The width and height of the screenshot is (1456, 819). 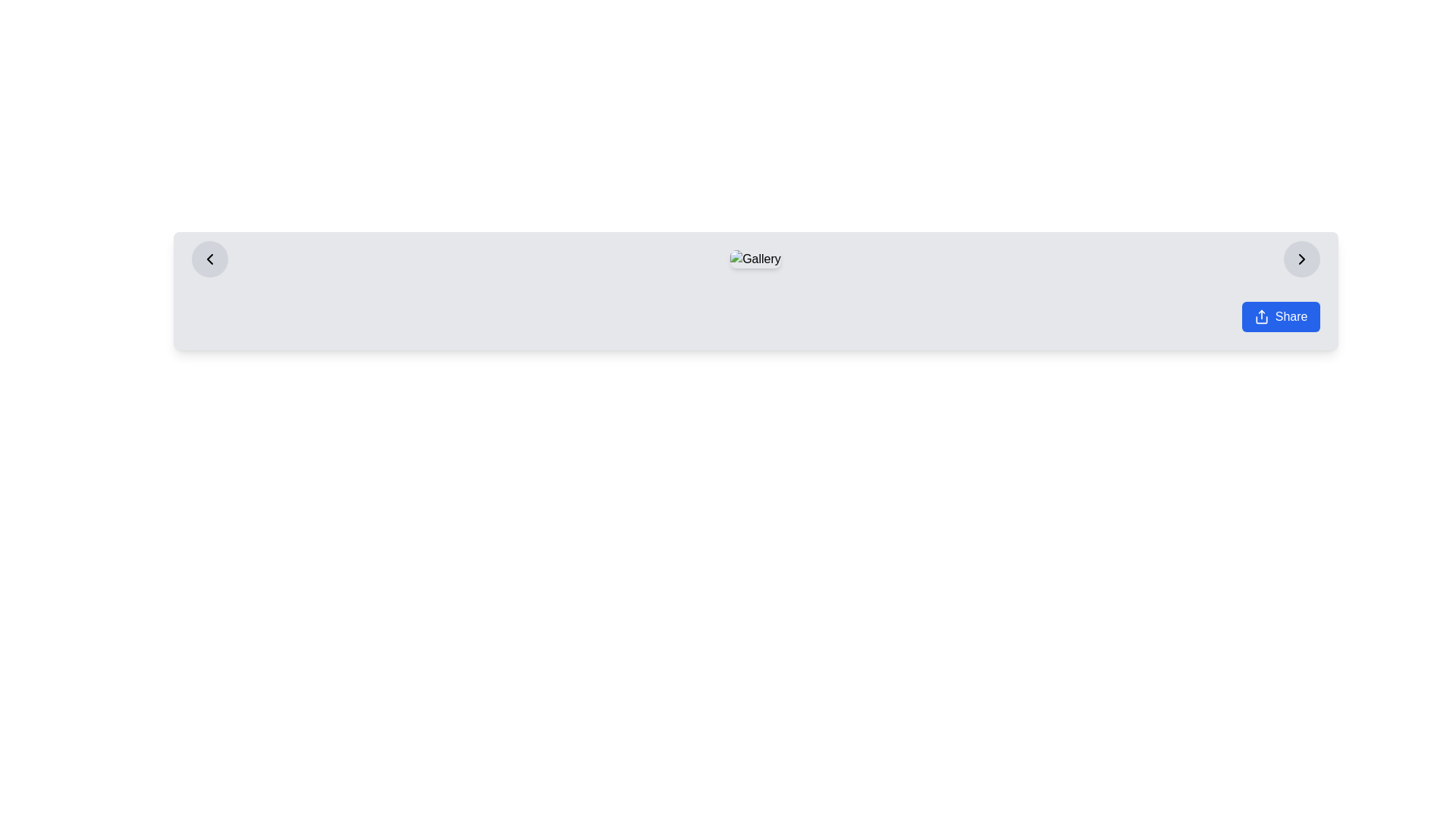 I want to click on the central chevron icon within the circular button located at the top-right corner of the interface, so click(x=1301, y=259).